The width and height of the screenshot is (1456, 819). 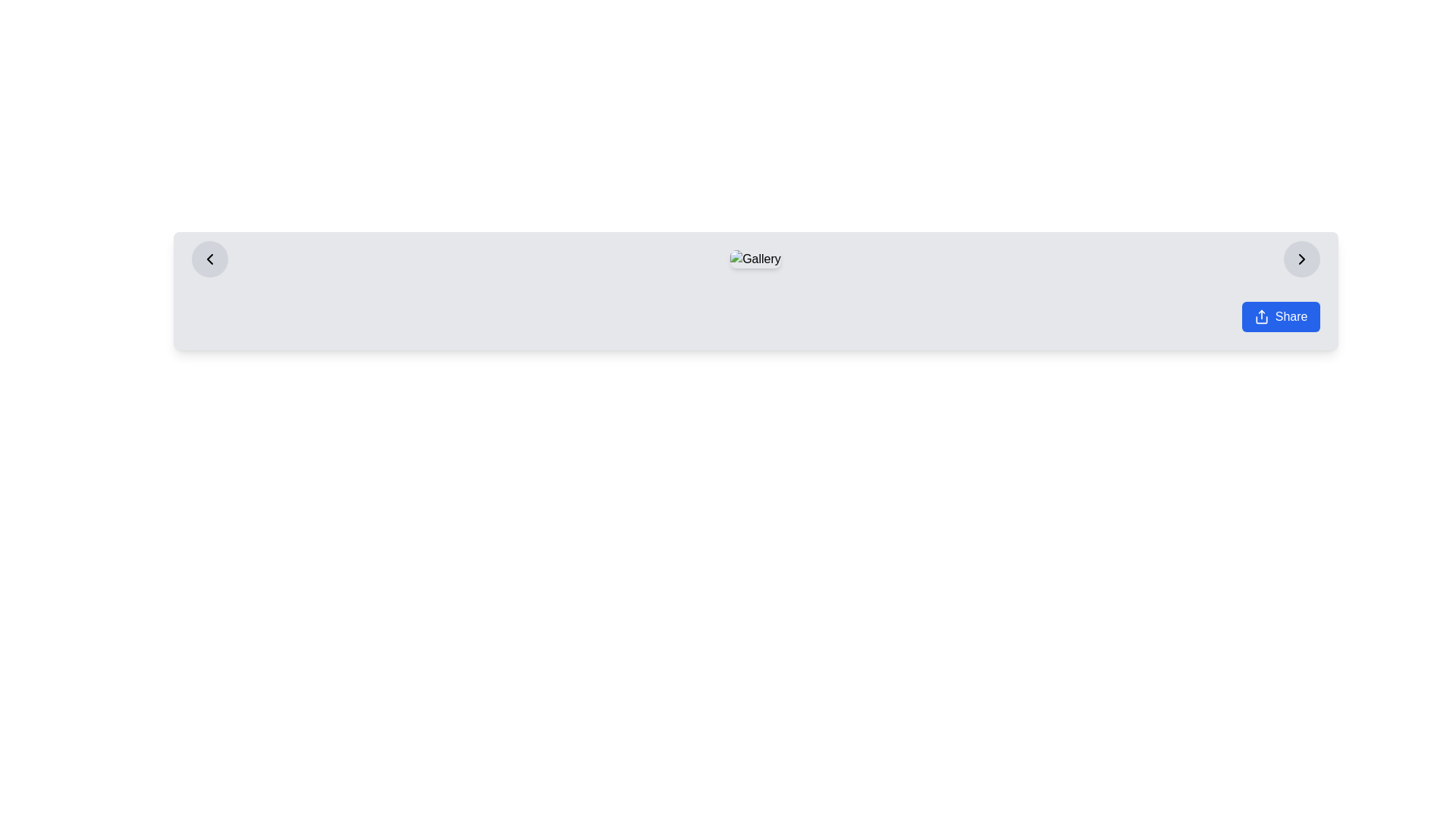 I want to click on the central chevron icon within the circular button located at the top-right corner of the interface, so click(x=1301, y=259).